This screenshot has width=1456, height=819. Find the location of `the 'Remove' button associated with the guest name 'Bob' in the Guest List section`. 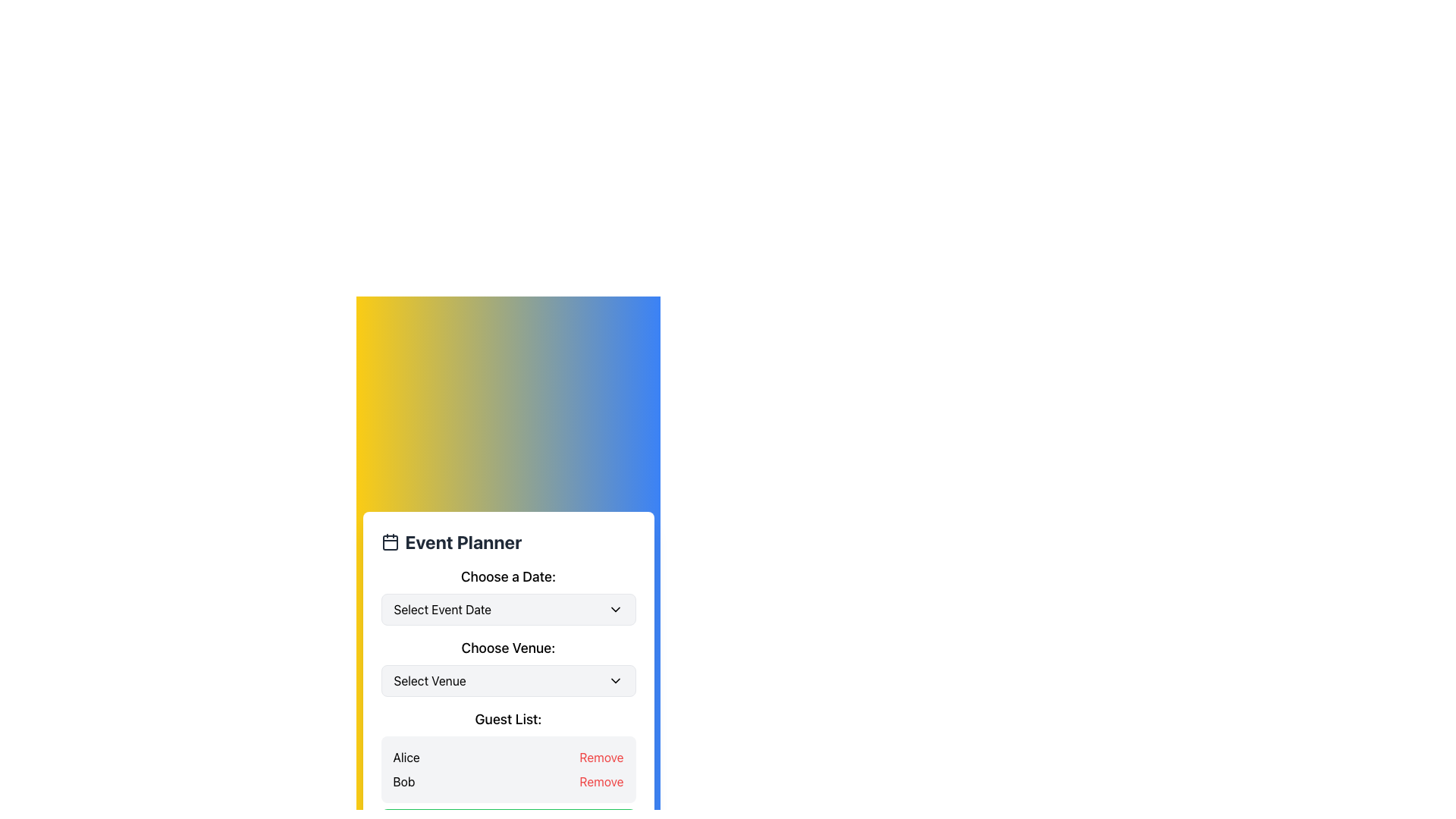

the 'Remove' button associated with the guest name 'Bob' in the Guest List section is located at coordinates (508, 781).